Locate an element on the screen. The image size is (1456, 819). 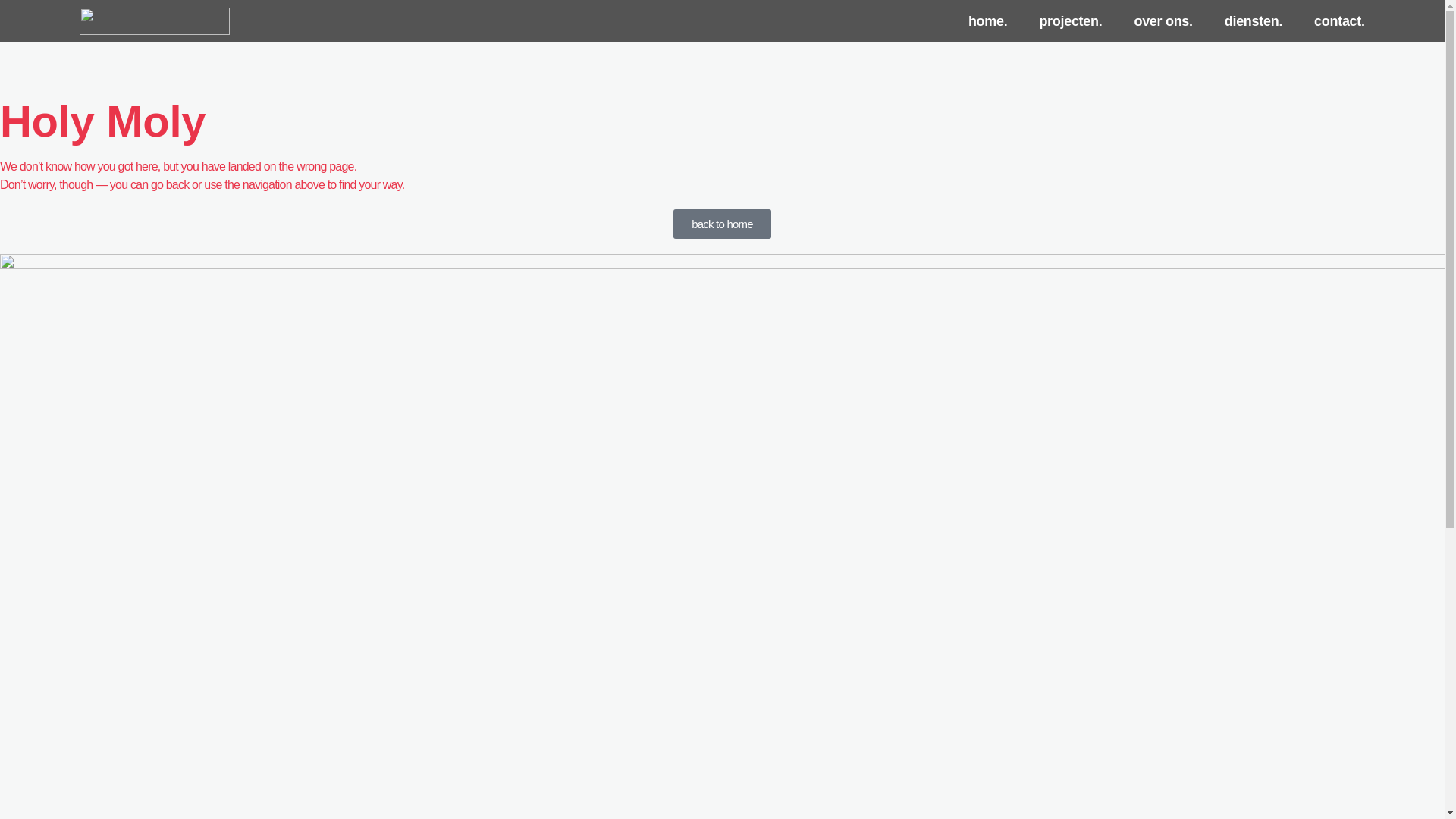
'over ons.' is located at coordinates (1162, 20).